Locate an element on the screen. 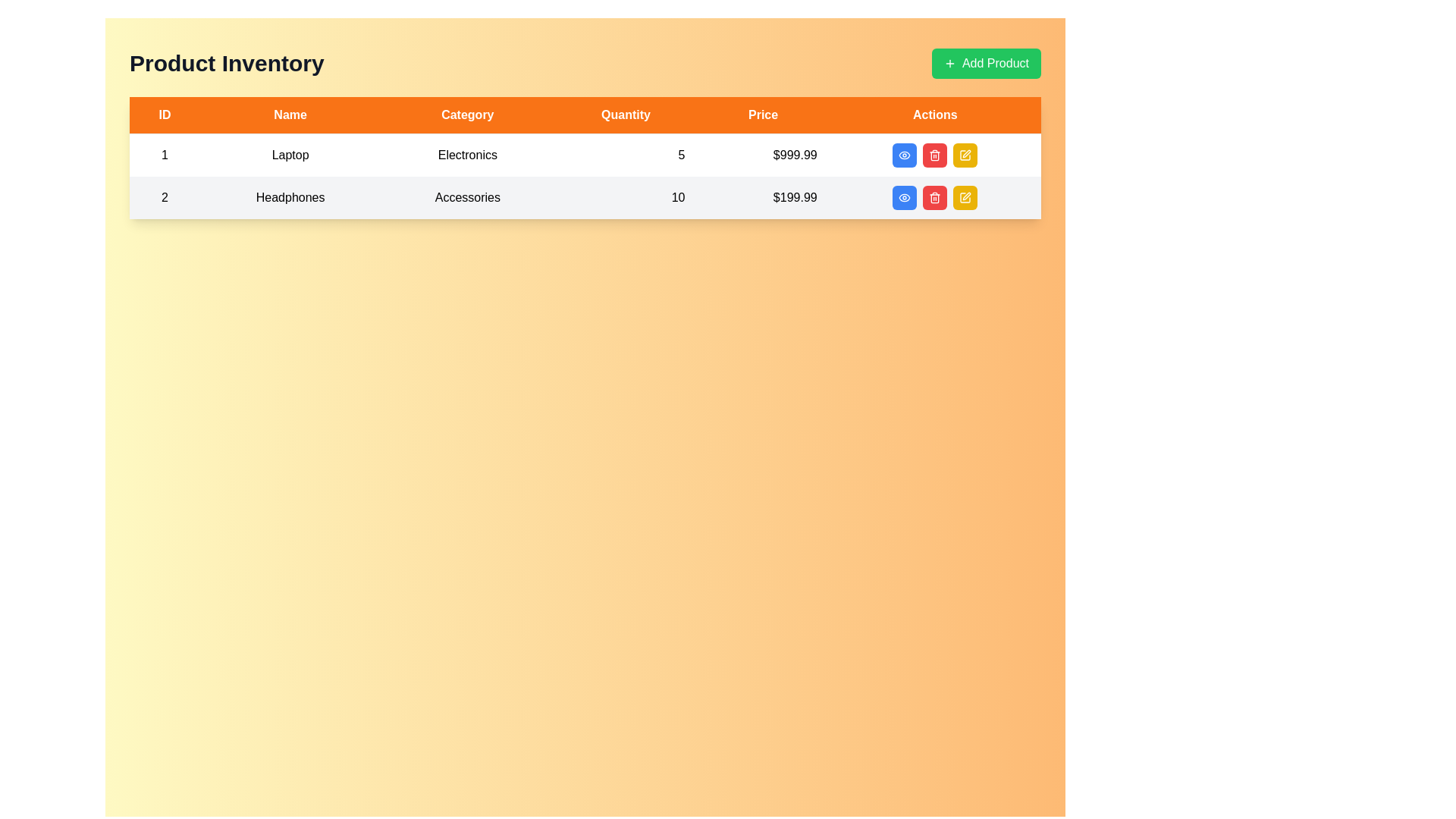 The image size is (1456, 819). the price display for 'Headphones' in the second row of the data table, located in the fifth column under the 'Price' category is located at coordinates (763, 197).